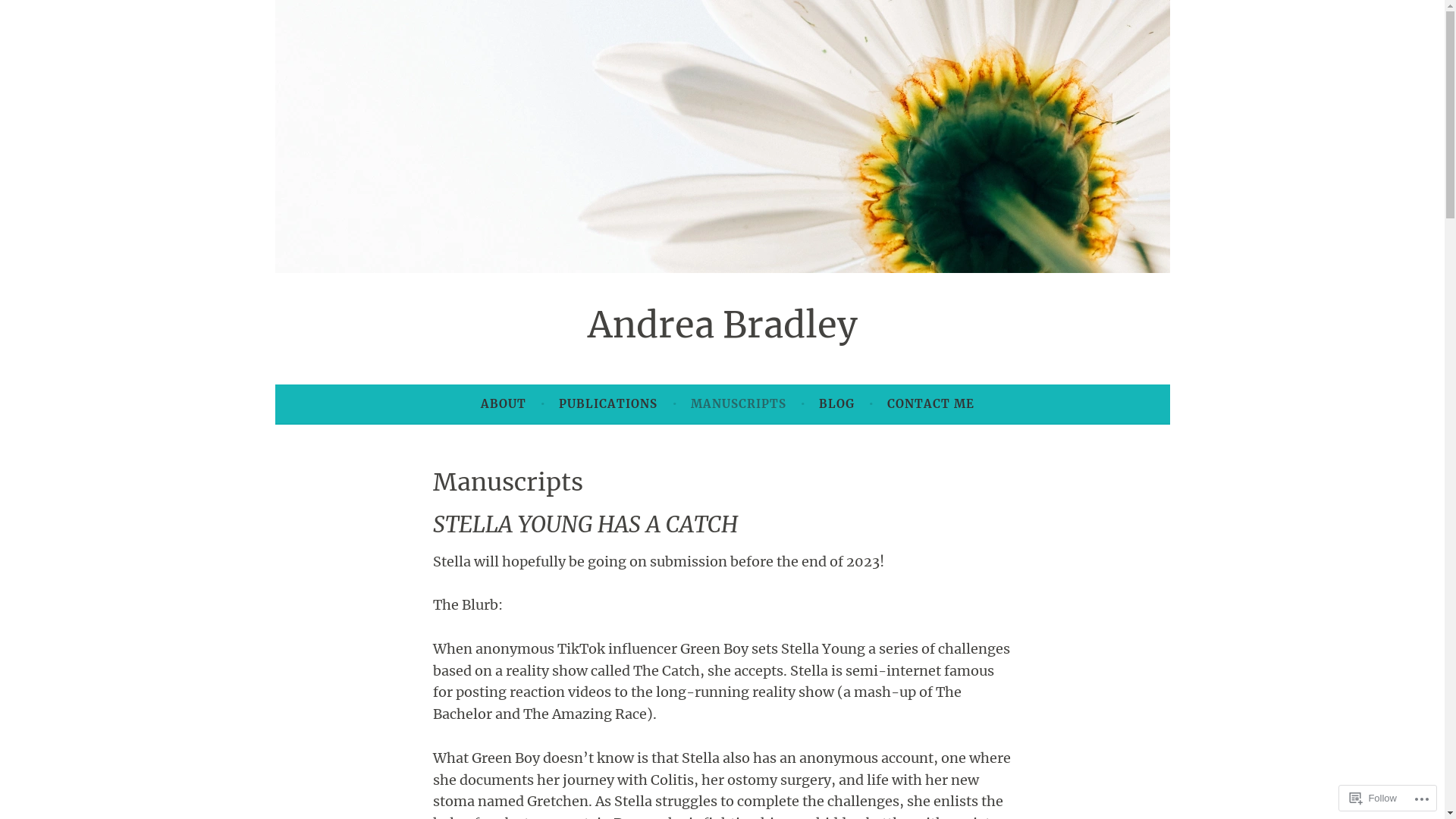 The image size is (1456, 819). Describe the element at coordinates (836, 403) in the screenshot. I see `'BLOG'` at that location.